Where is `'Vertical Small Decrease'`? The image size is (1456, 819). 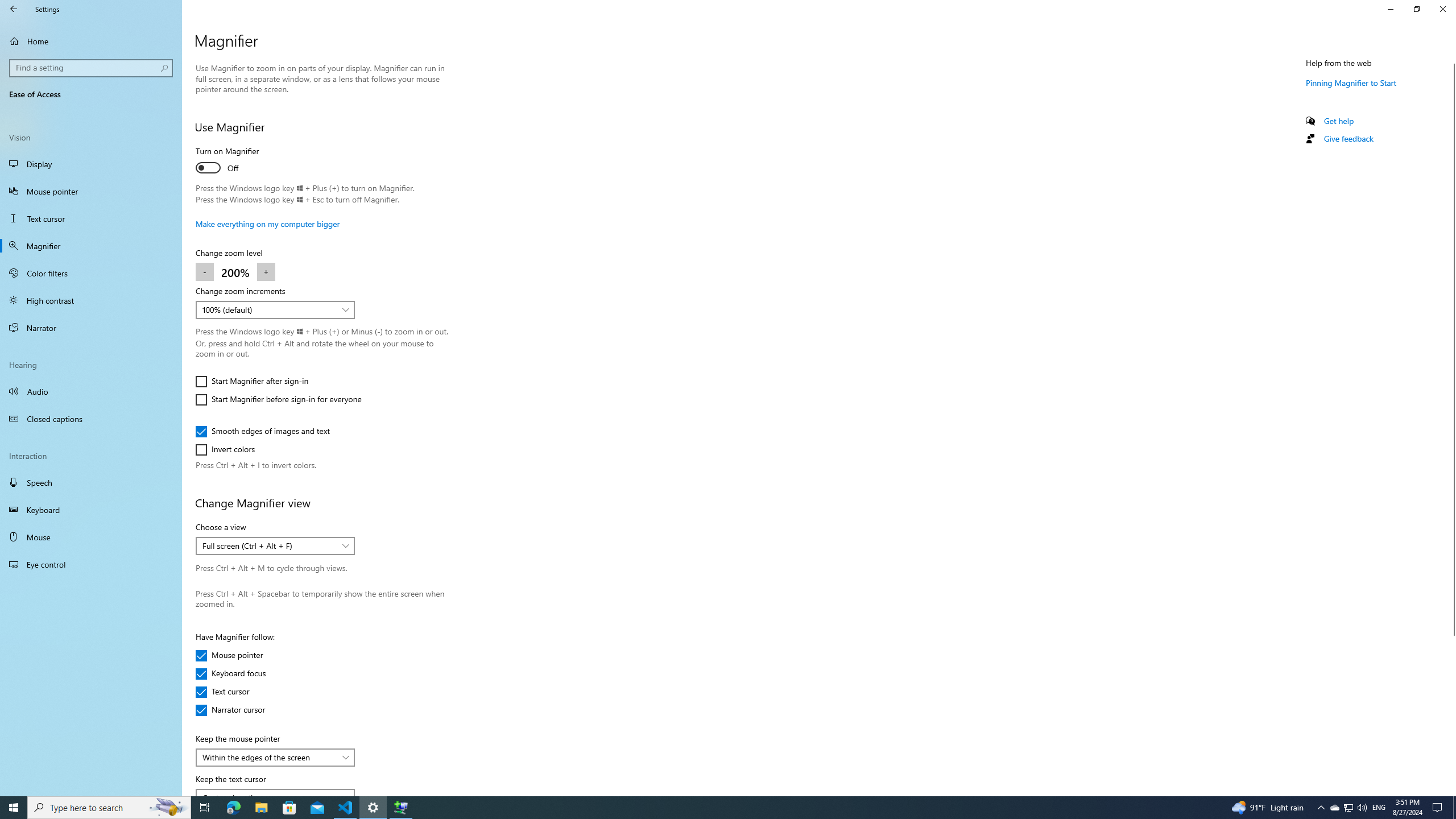 'Vertical Small Decrease' is located at coordinates (1451, 59).